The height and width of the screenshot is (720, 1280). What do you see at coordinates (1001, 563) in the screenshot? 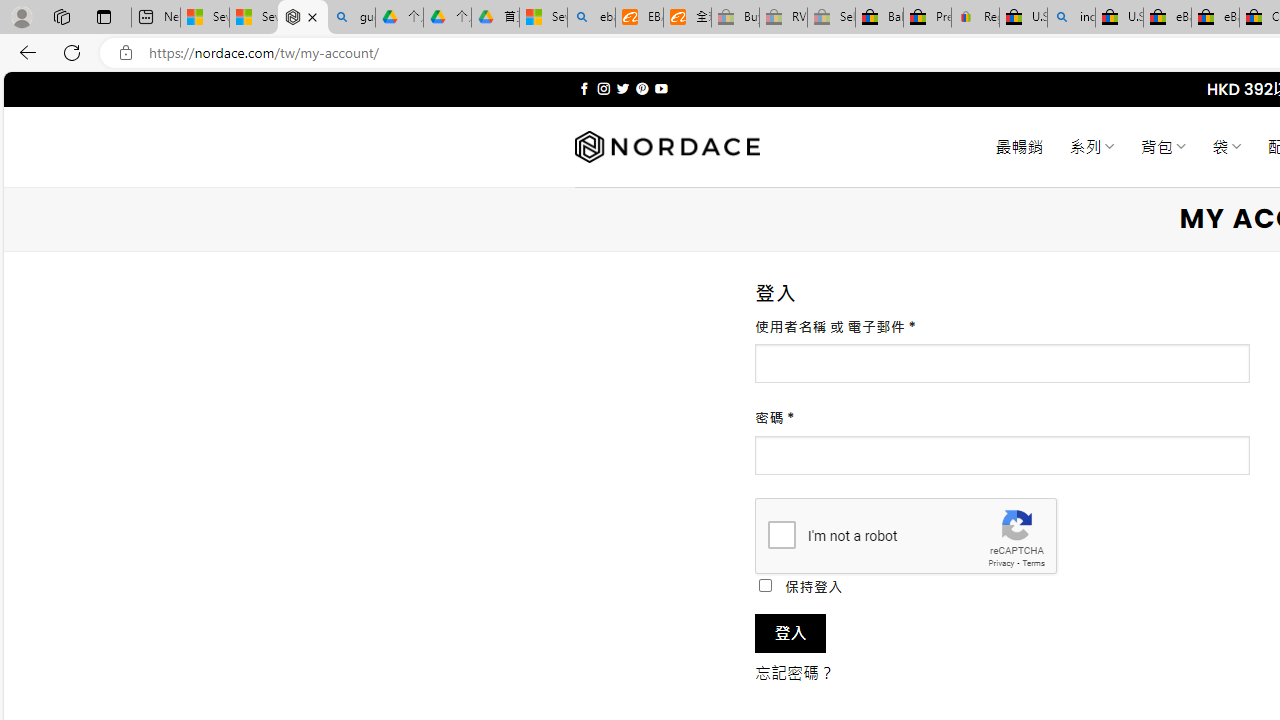
I see `'Privacy'` at bounding box center [1001, 563].